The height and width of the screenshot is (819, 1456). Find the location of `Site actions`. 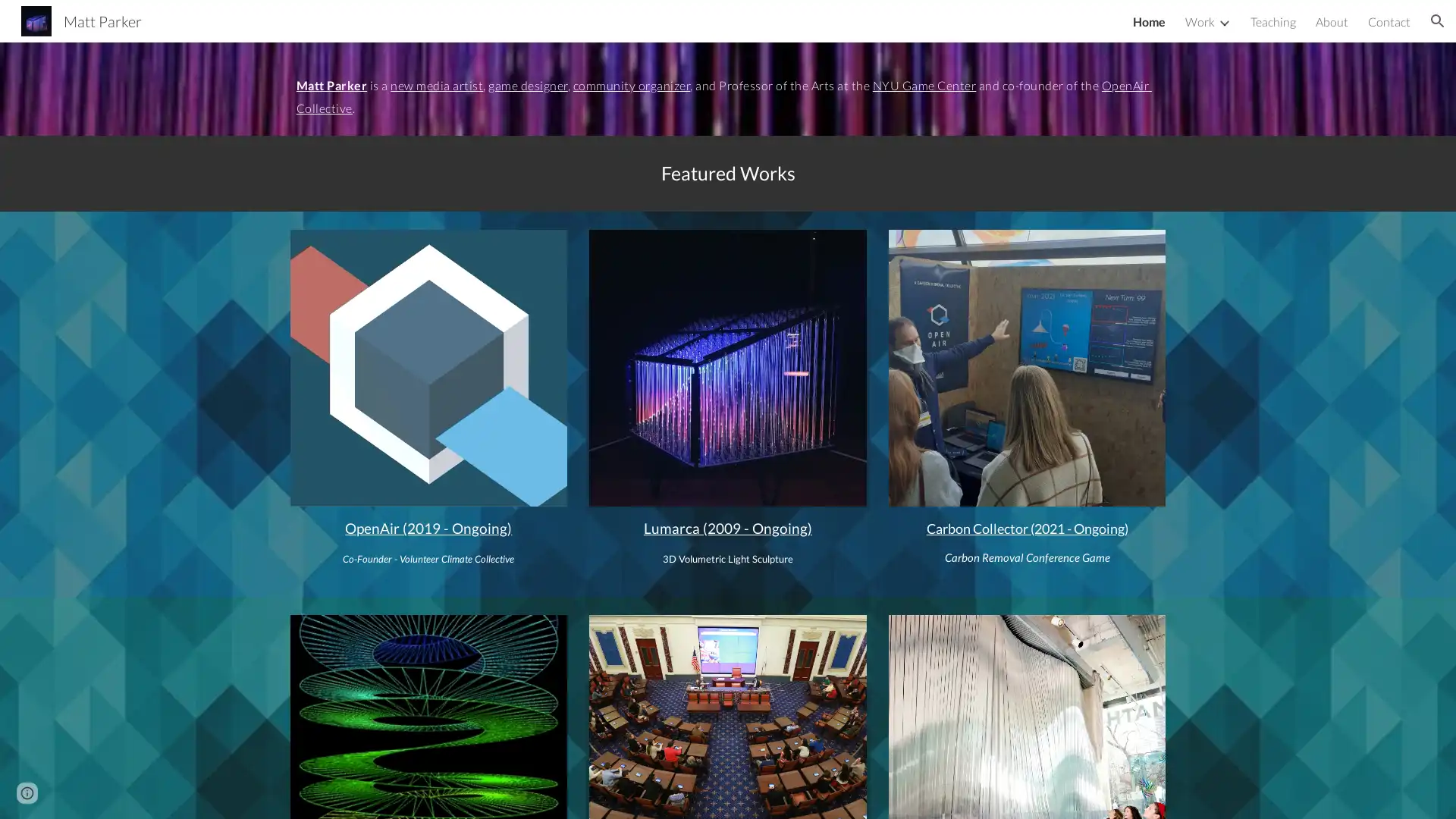

Site actions is located at coordinates (27, 792).